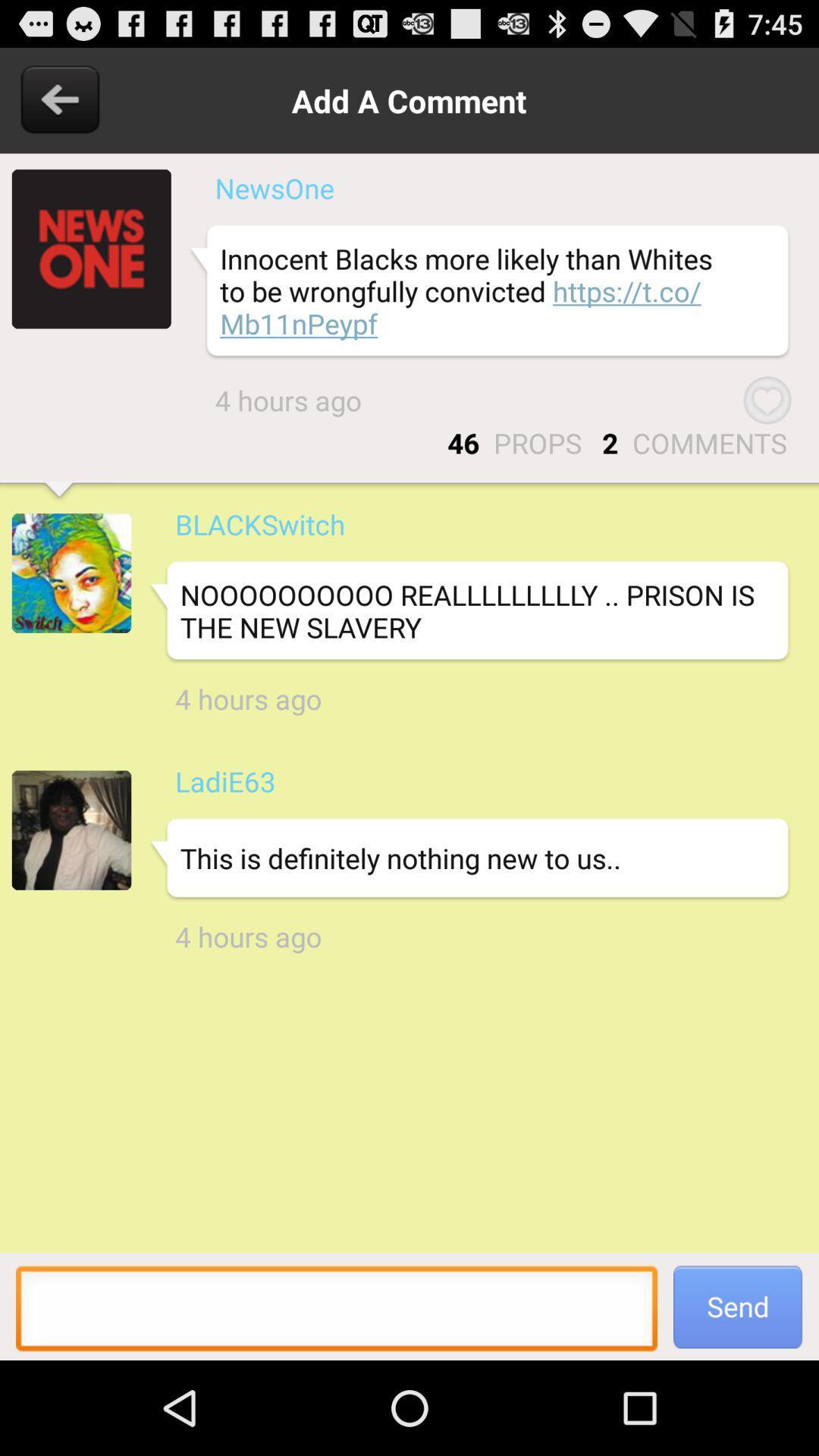 The height and width of the screenshot is (1456, 819). What do you see at coordinates (468, 858) in the screenshot?
I see `the item below the ladie63 icon` at bounding box center [468, 858].